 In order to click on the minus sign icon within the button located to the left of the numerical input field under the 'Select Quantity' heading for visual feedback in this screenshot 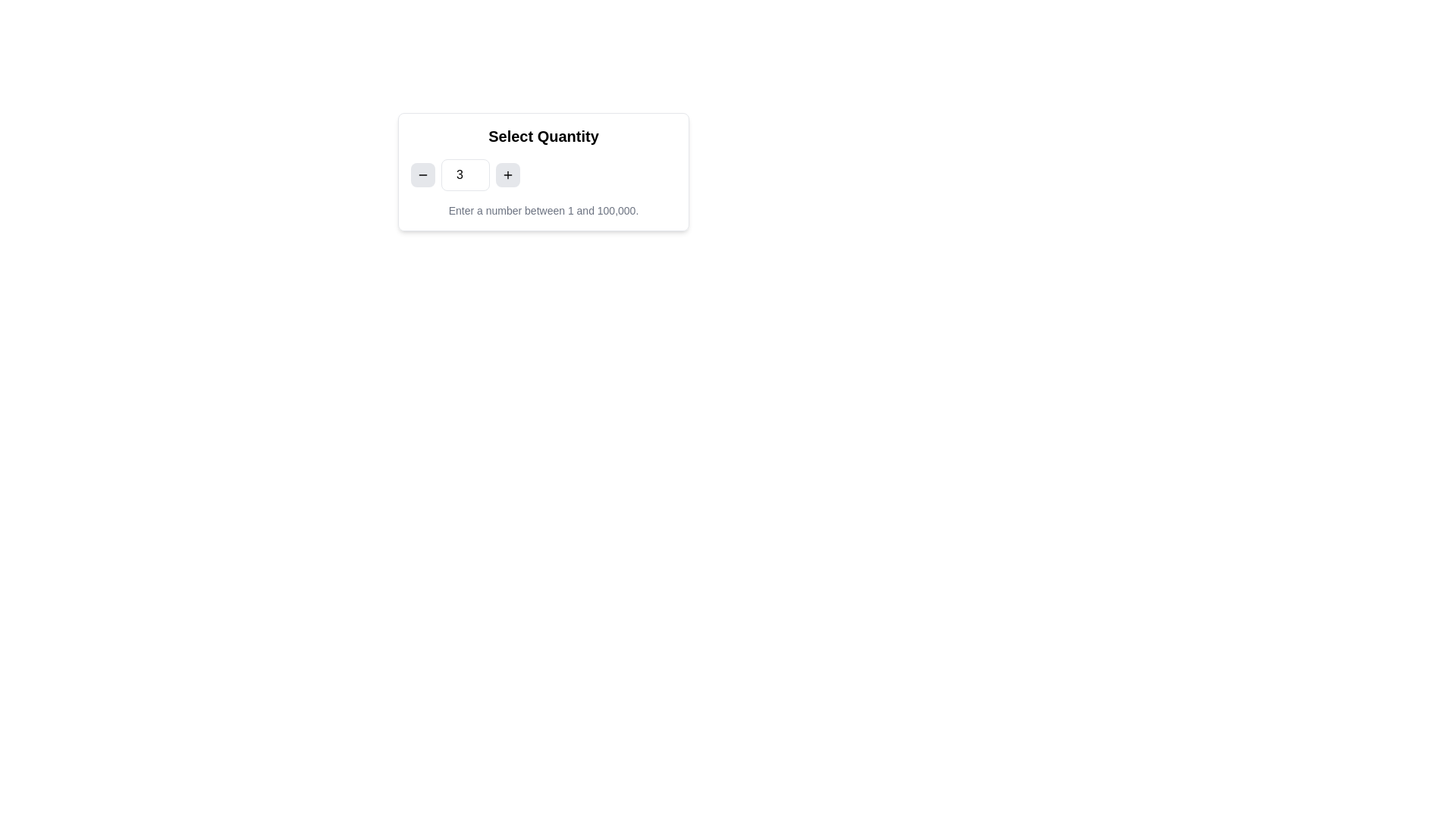, I will do `click(422, 174)`.